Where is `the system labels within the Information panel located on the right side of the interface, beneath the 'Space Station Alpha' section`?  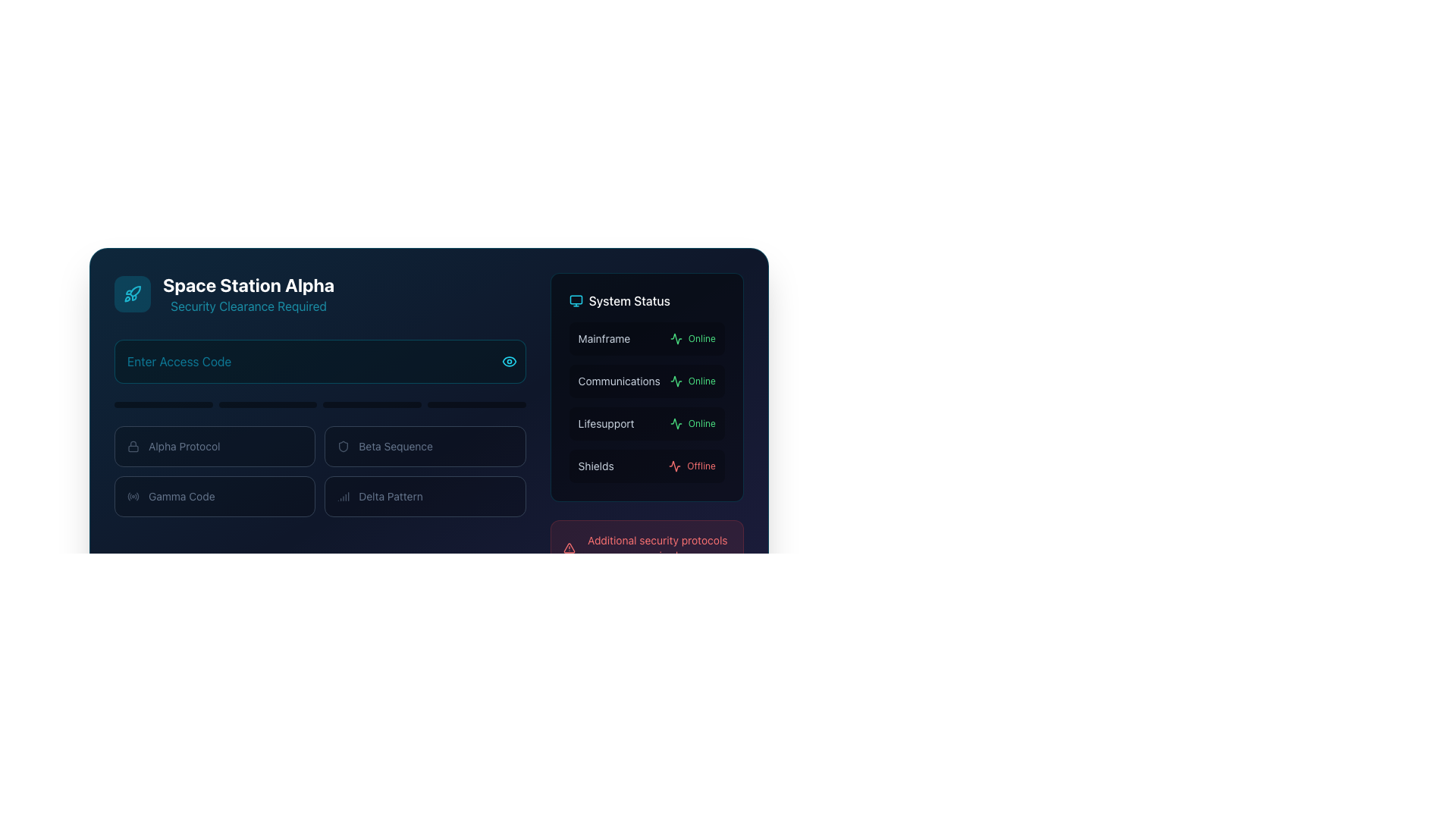
the system labels within the Information panel located on the right side of the interface, beneath the 'Space Station Alpha' section is located at coordinates (647, 454).